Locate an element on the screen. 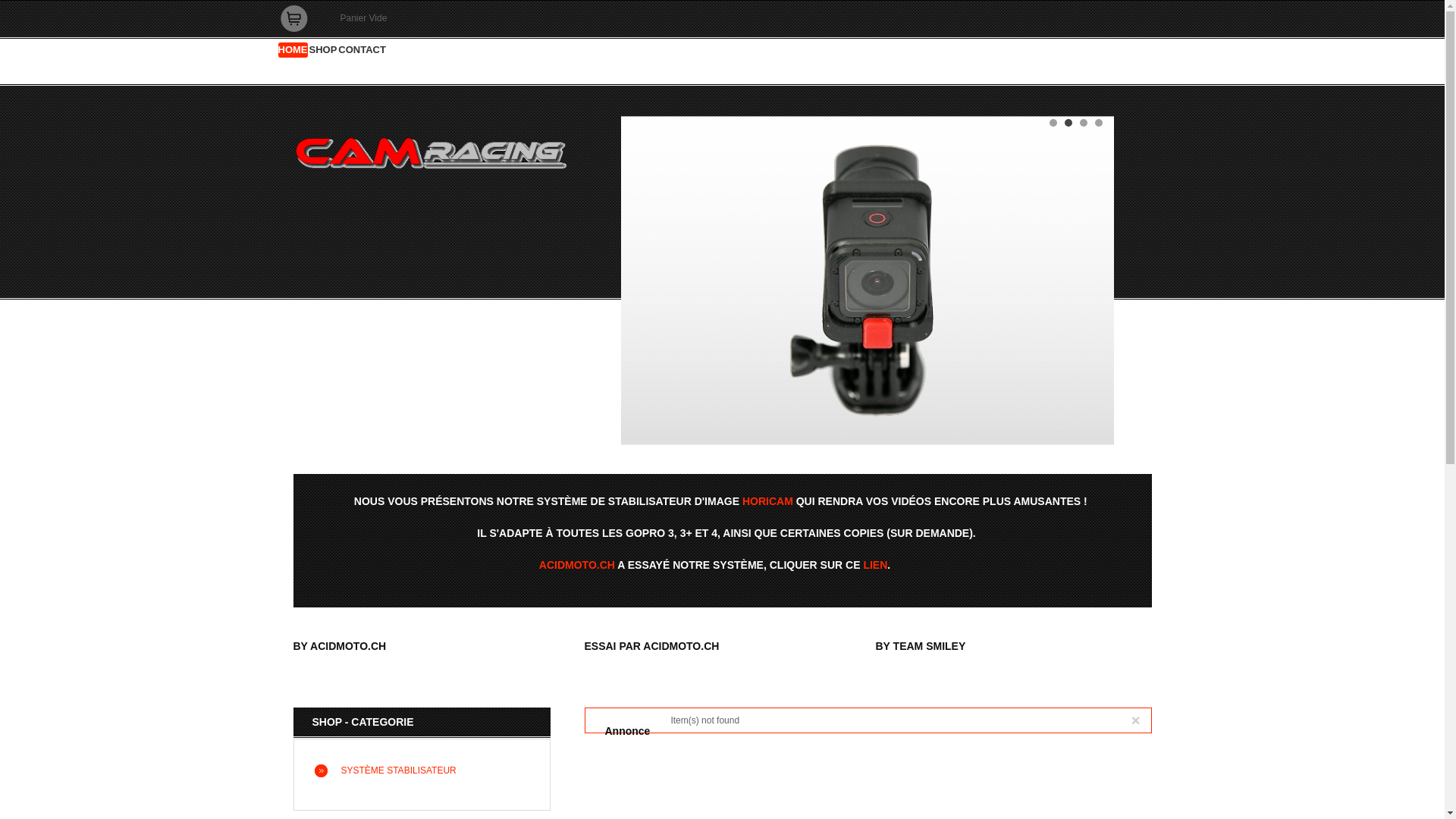 The image size is (1456, 819). 'HOME' is located at coordinates (292, 49).